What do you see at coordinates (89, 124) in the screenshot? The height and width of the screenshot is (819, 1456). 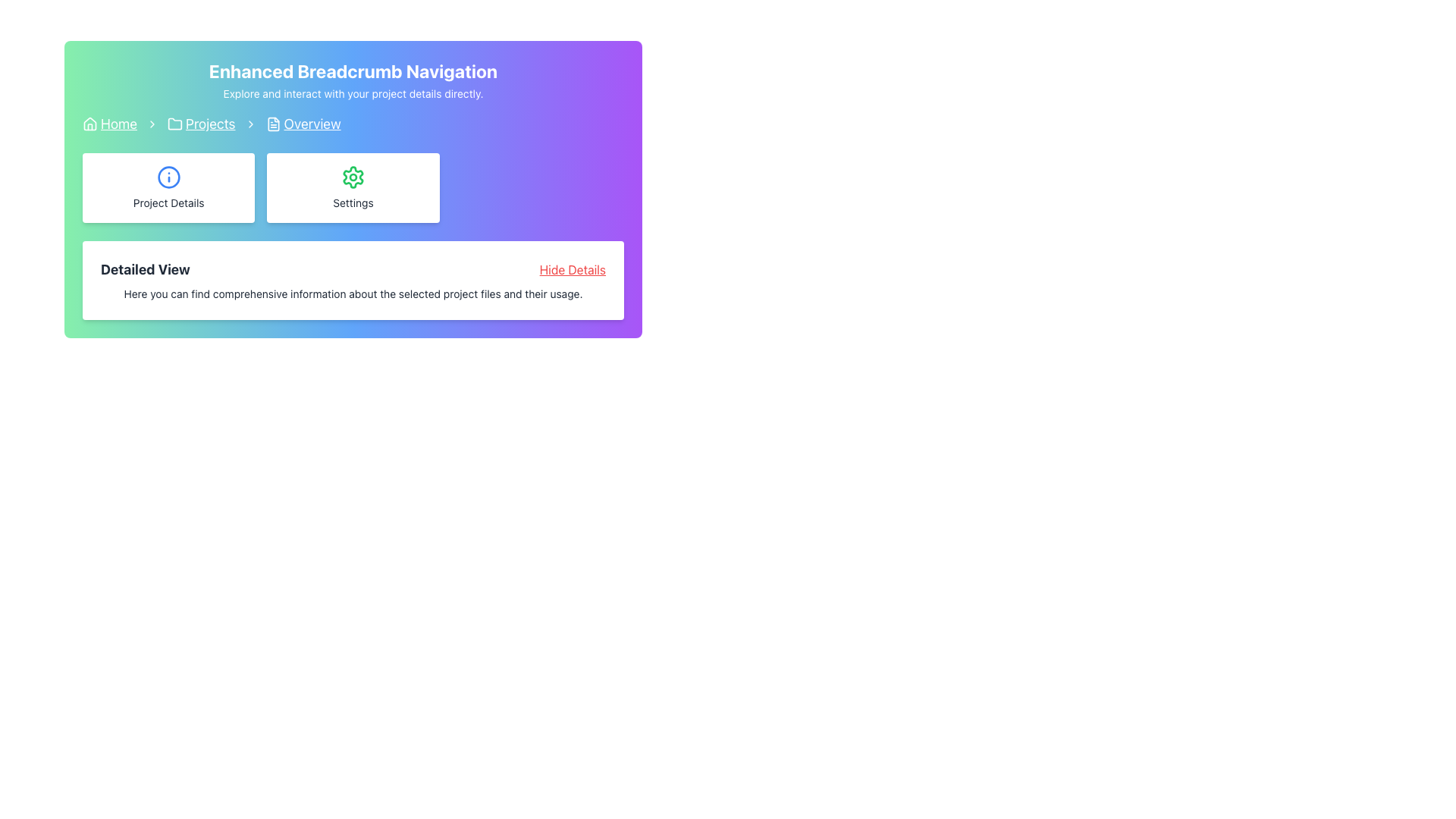 I see `the 'Home' icon in the breadcrumb navigation bar` at bounding box center [89, 124].